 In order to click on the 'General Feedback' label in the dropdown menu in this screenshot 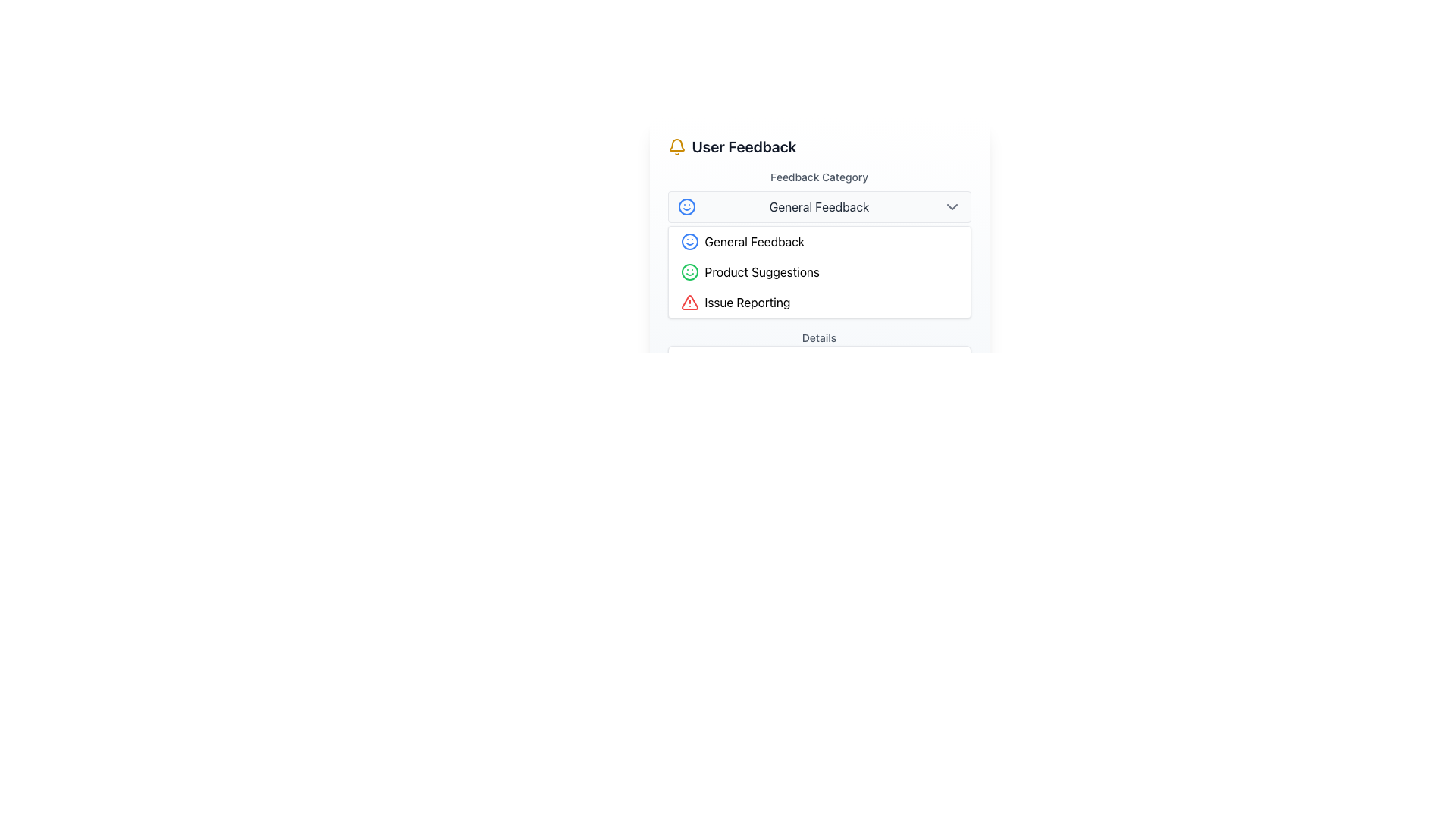, I will do `click(755, 241)`.